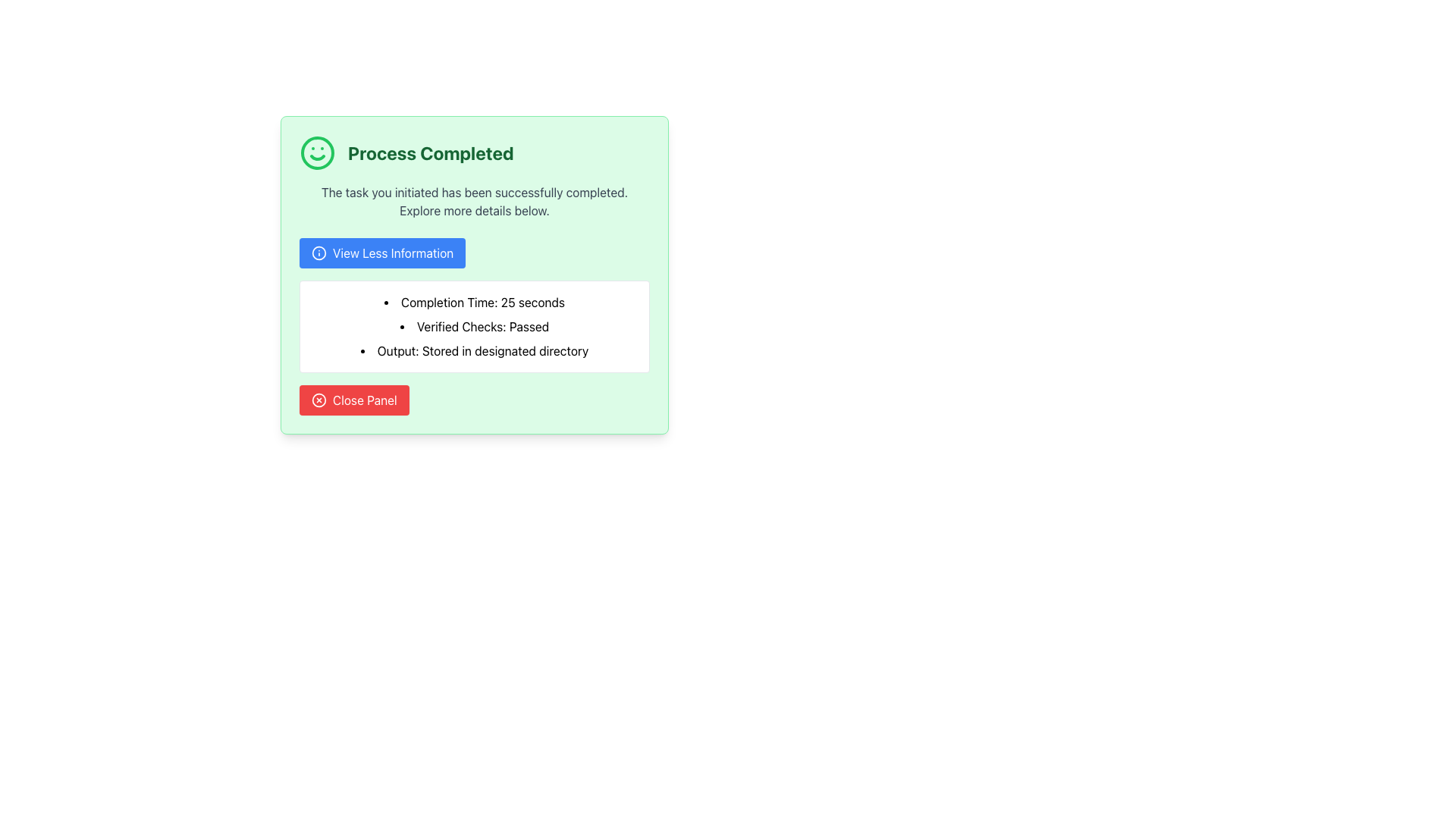 This screenshot has width=1456, height=819. What do you see at coordinates (318, 253) in the screenshot?
I see `the circular part of the information icon located within the SVG icon group at the top-left corner of the light green notification card` at bounding box center [318, 253].